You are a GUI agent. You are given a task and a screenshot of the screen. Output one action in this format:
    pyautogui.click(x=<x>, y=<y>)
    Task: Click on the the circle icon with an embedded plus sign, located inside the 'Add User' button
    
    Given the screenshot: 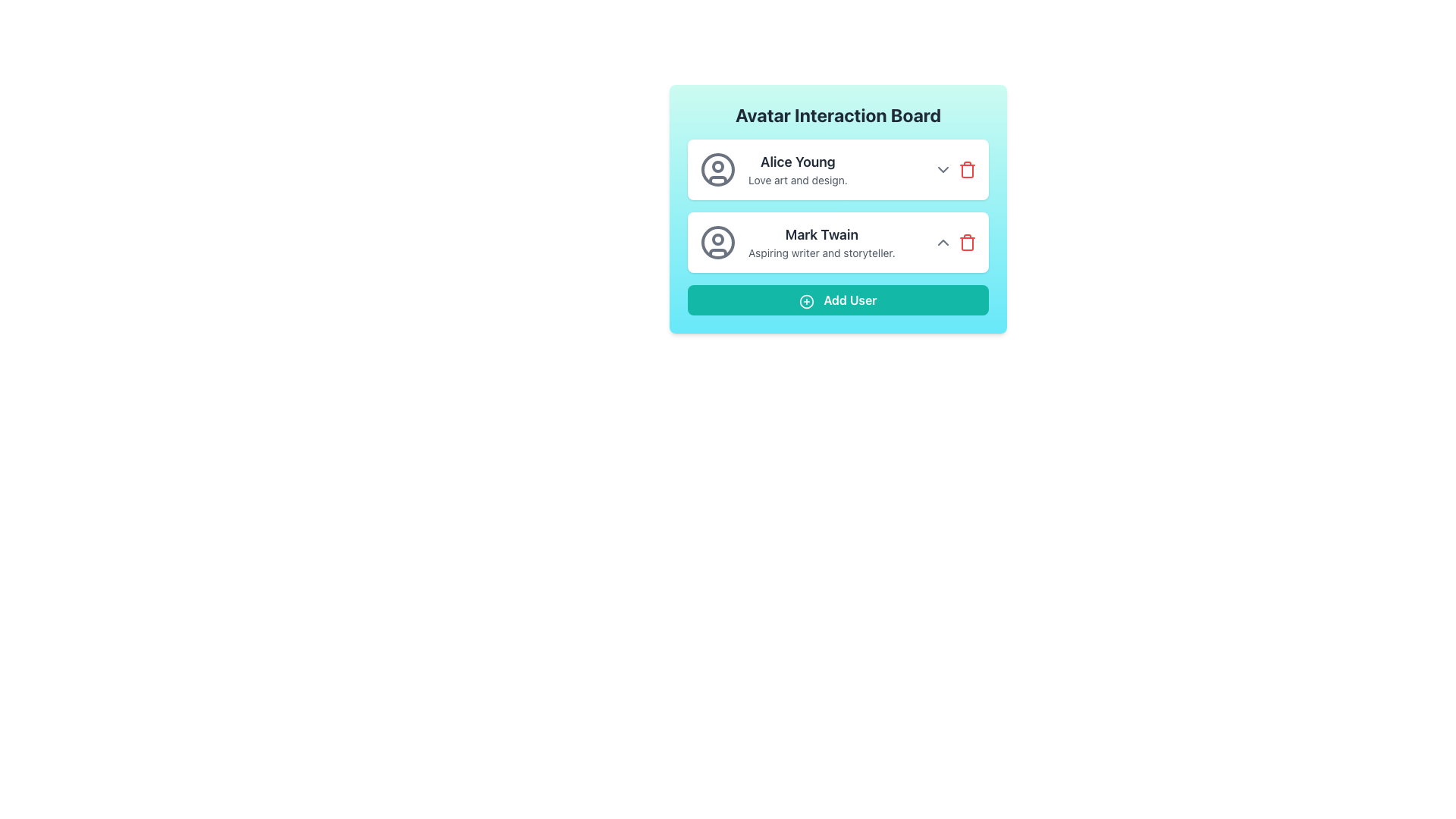 What is the action you would take?
    pyautogui.click(x=806, y=301)
    